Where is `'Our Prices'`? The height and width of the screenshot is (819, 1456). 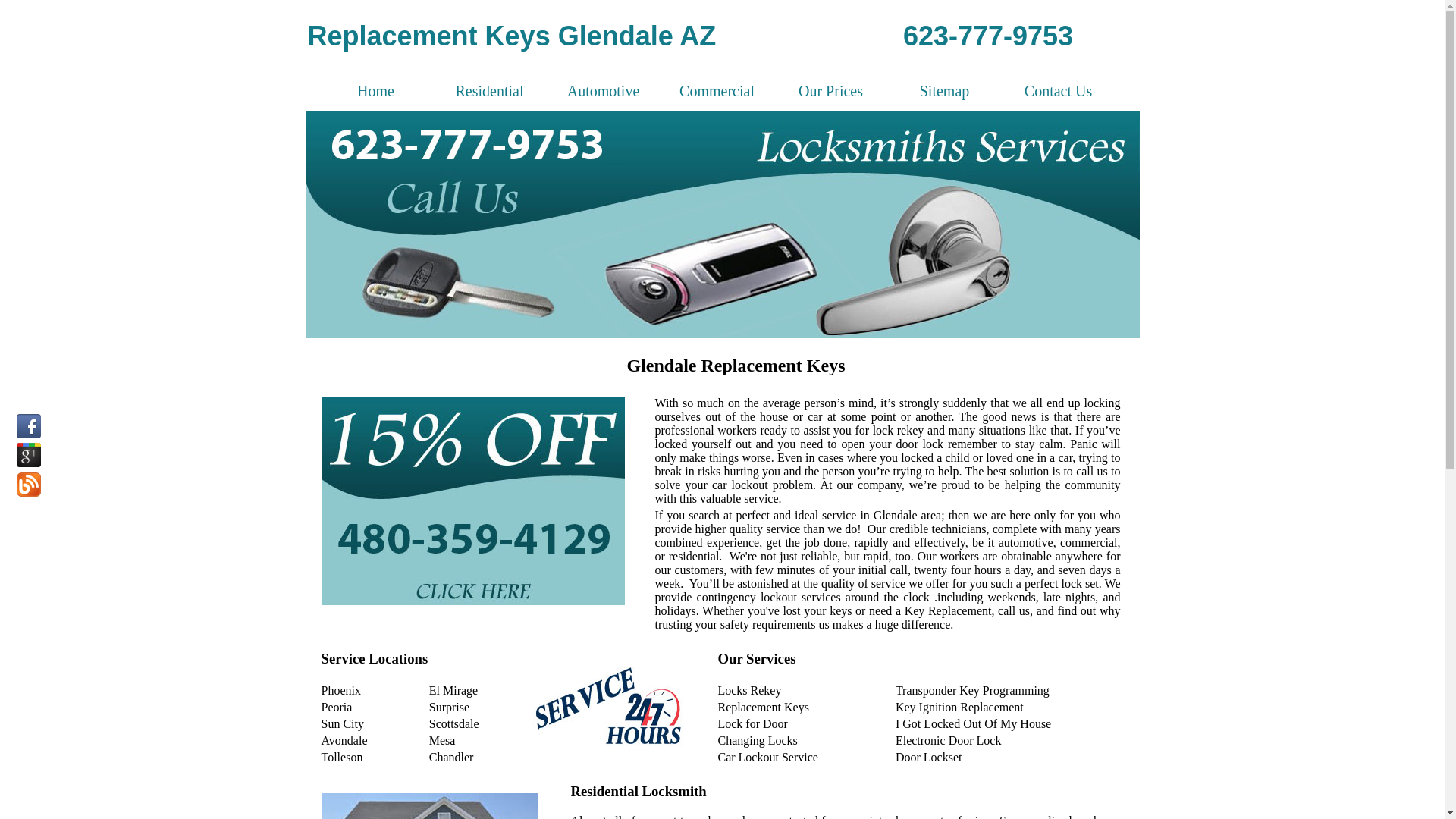 'Our Prices' is located at coordinates (830, 91).